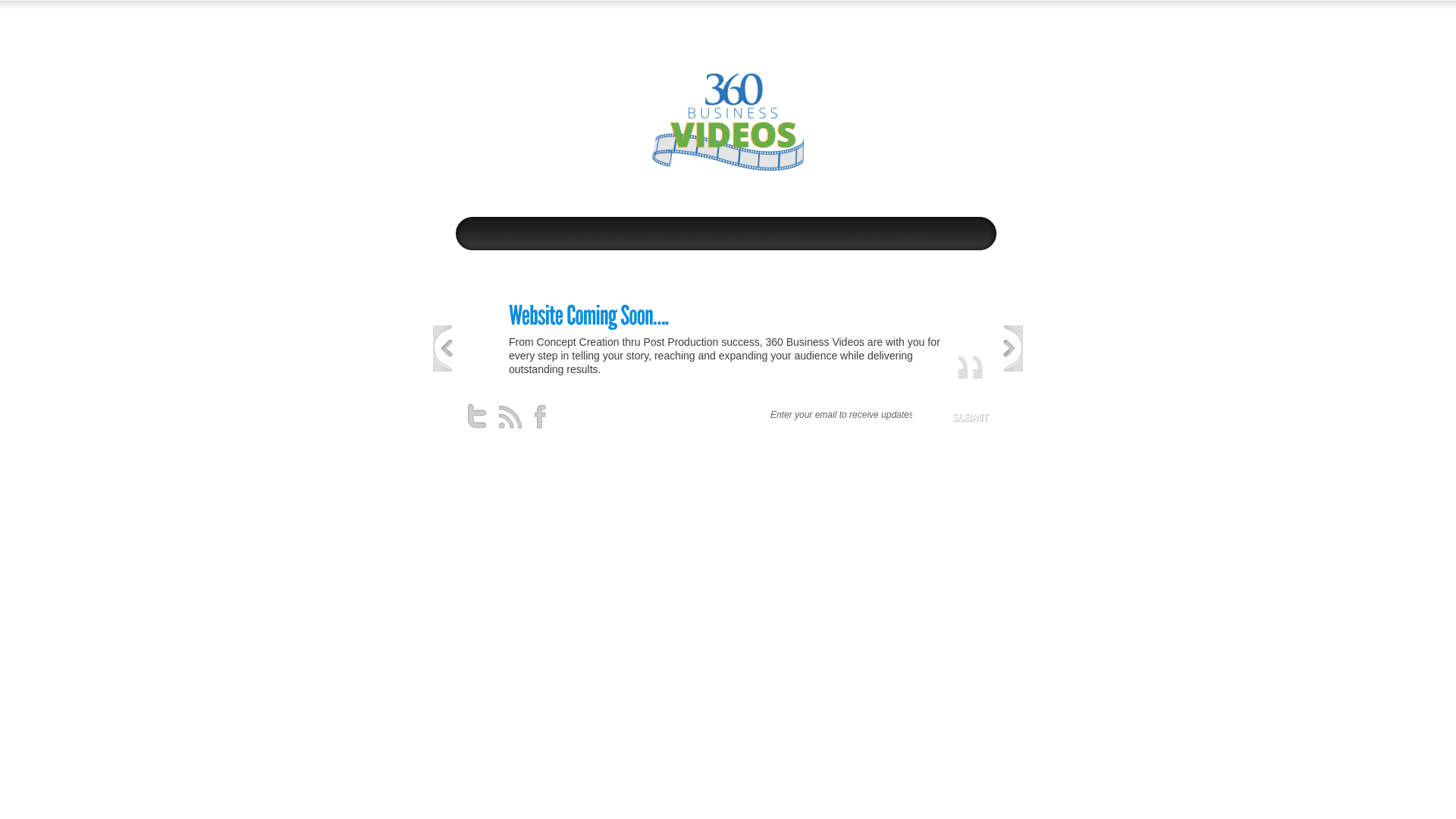 This screenshot has width=1456, height=819. Describe the element at coordinates (442, 348) in the screenshot. I see `'Previous'` at that location.